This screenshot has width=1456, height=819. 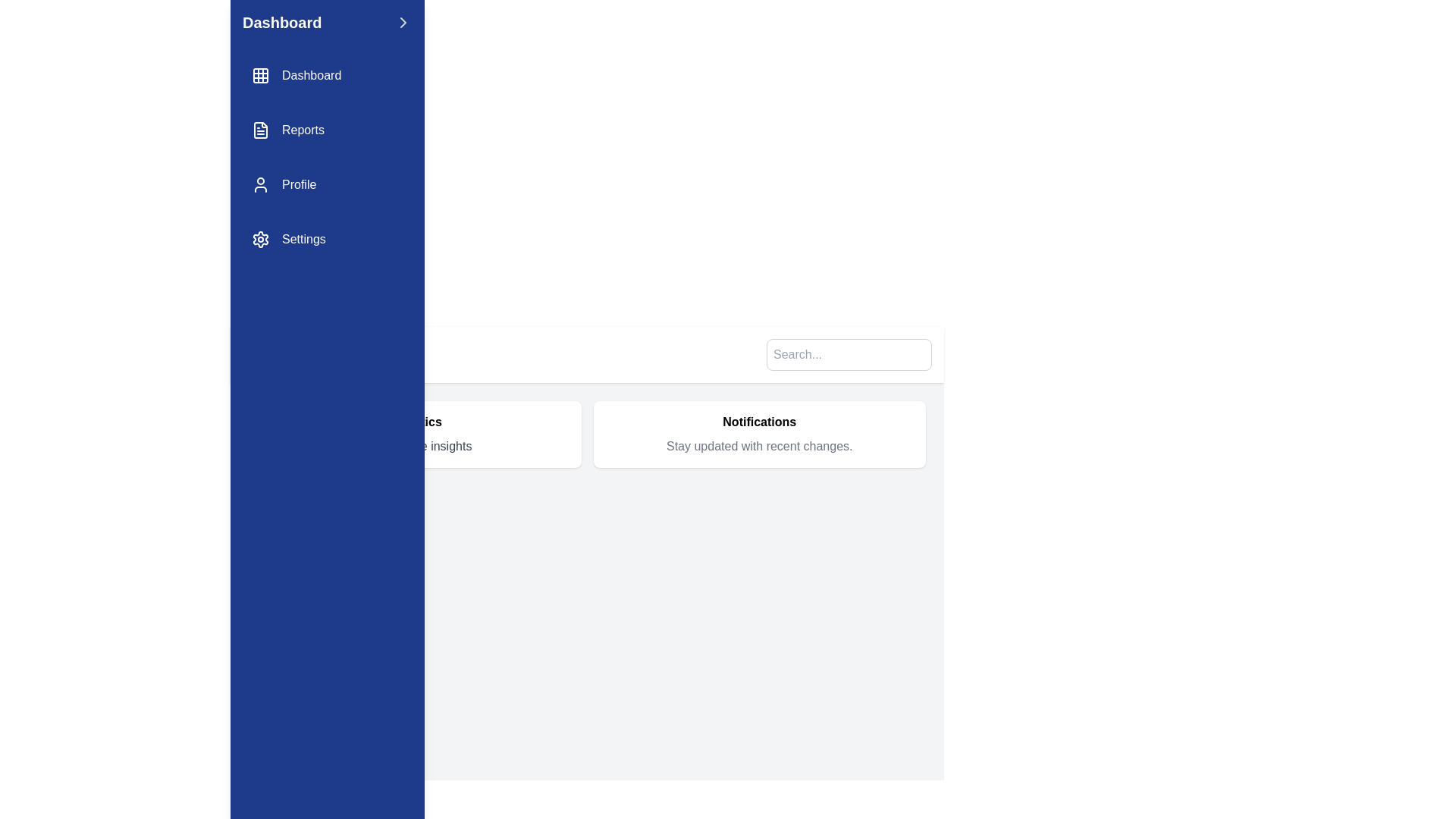 I want to click on the gear-shaped settings icon located in the left vertical navigation bar, which is the fourth icon in the list, so click(x=261, y=239).